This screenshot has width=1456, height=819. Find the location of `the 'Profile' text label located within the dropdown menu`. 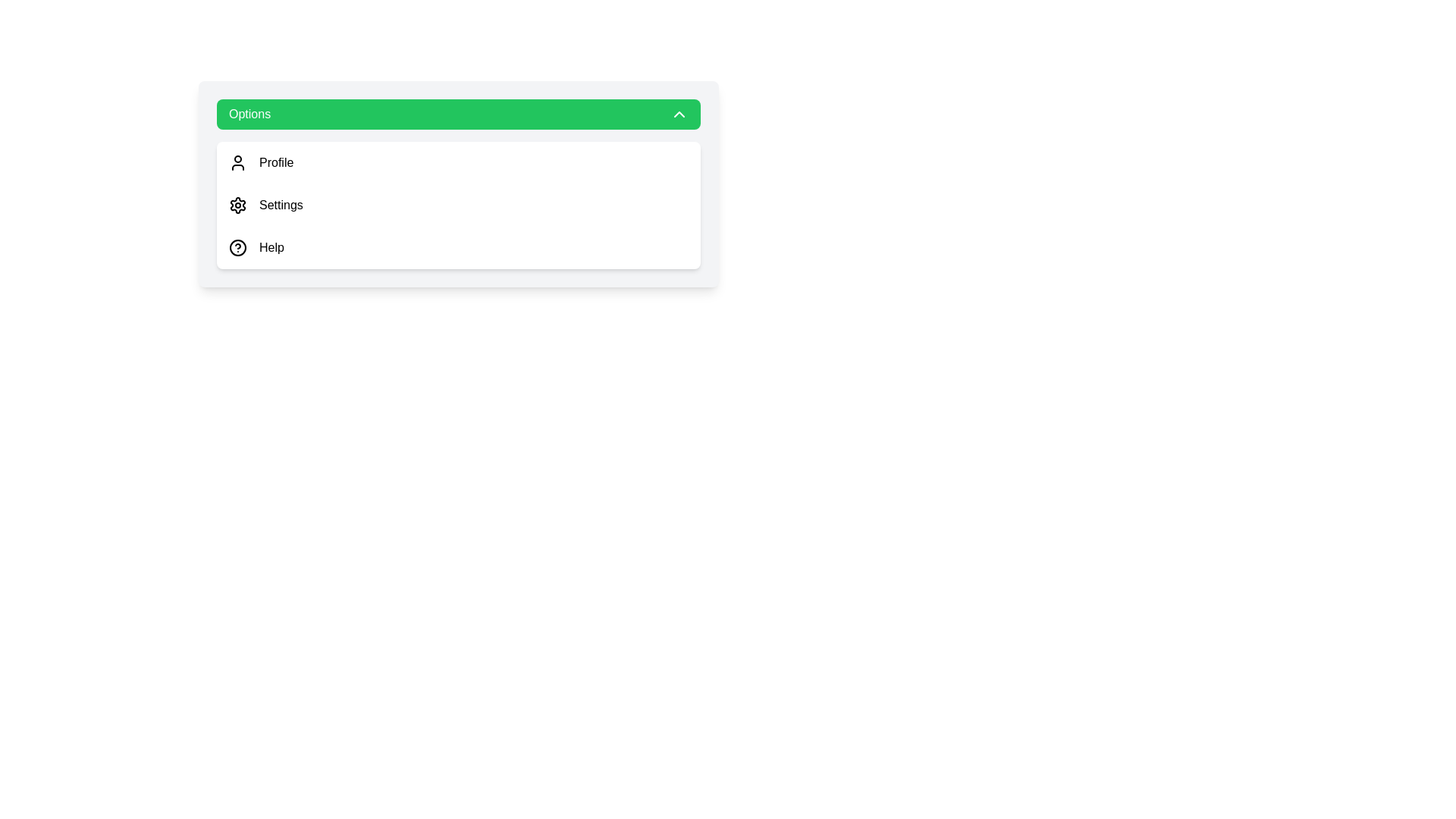

the 'Profile' text label located within the dropdown menu is located at coordinates (276, 163).